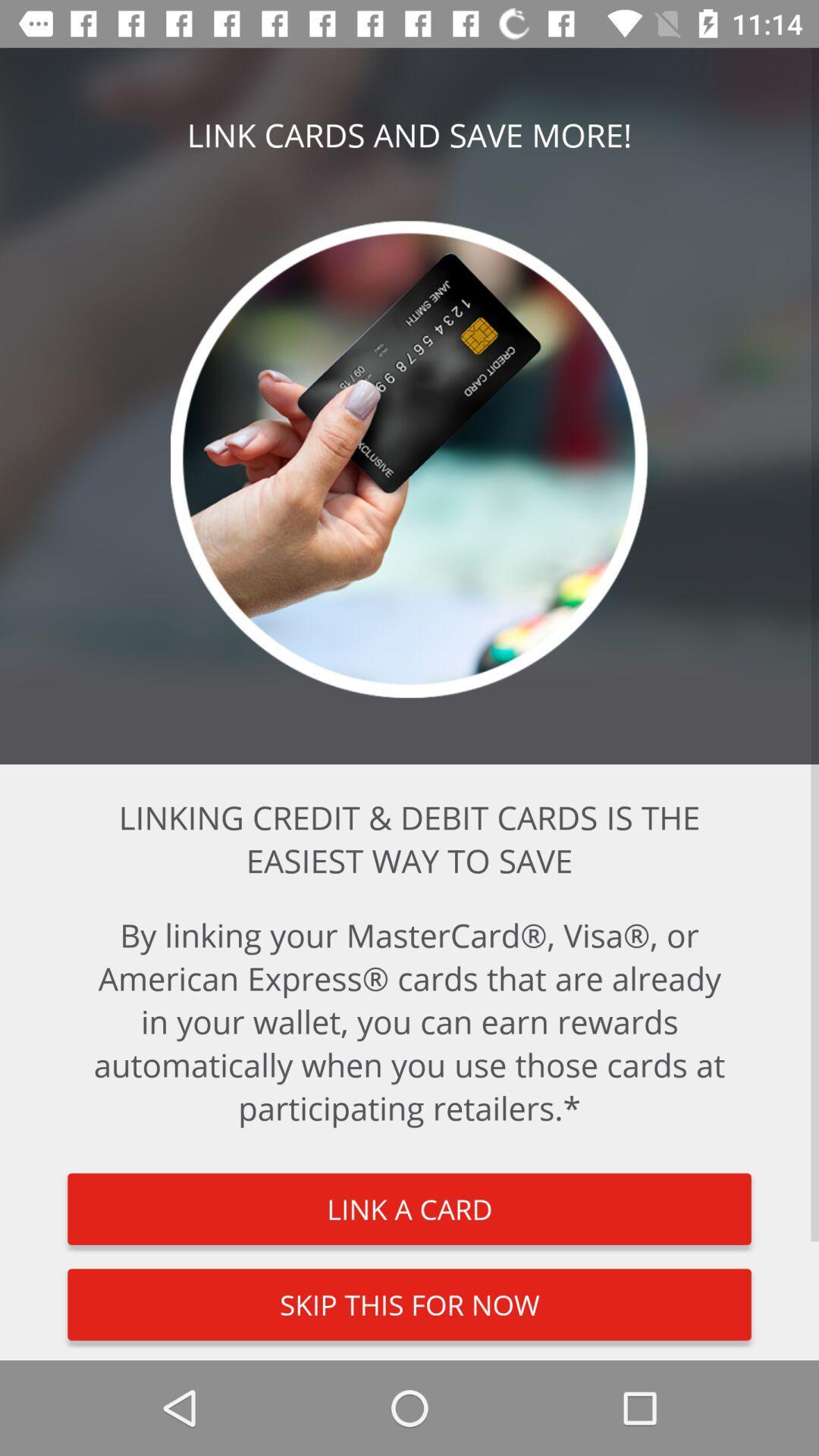 Image resolution: width=819 pixels, height=1456 pixels. I want to click on item above skip this for, so click(409, 1208).